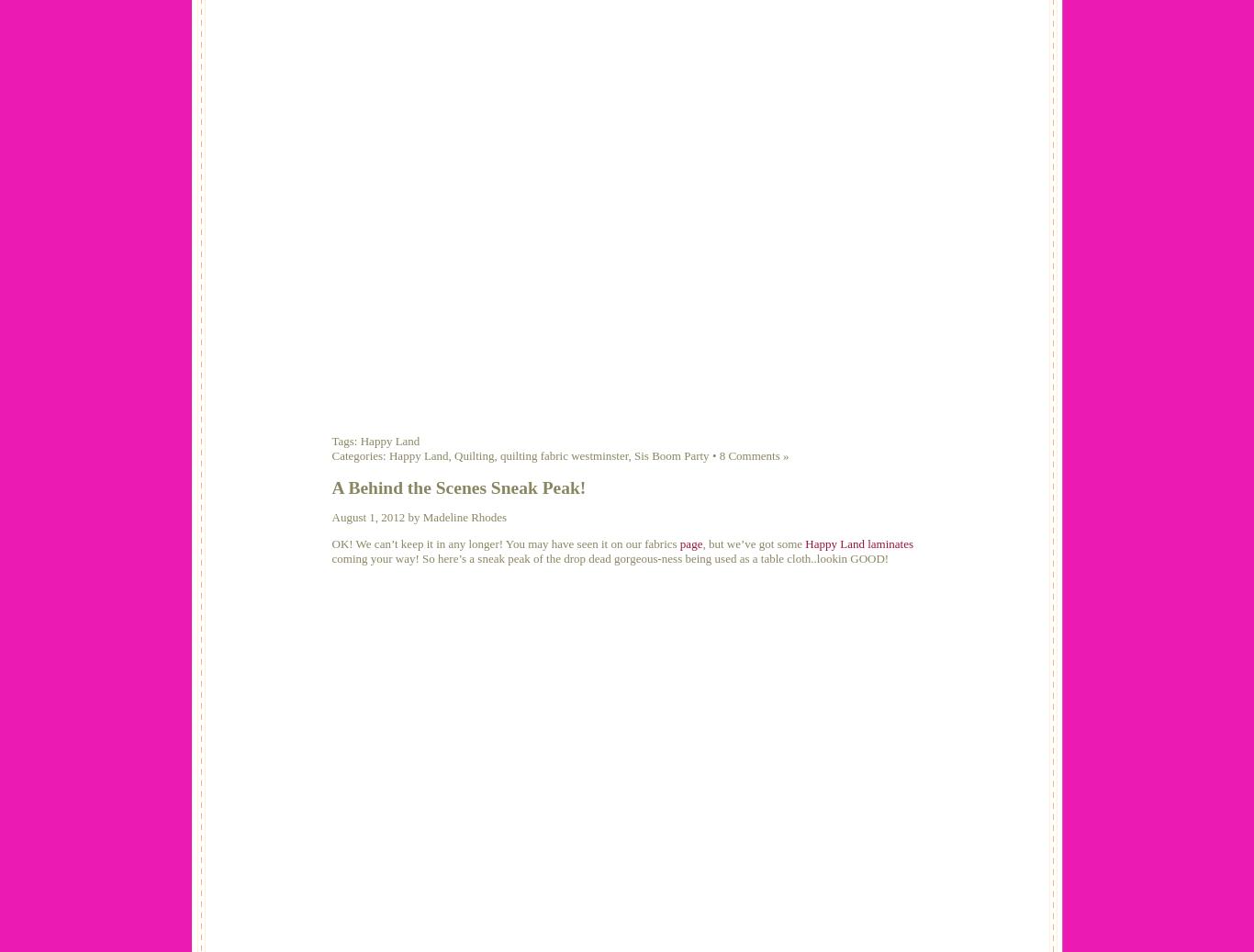 The image size is (1254, 952). Describe the element at coordinates (498, 454) in the screenshot. I see `'quilting fabric westminster'` at that location.